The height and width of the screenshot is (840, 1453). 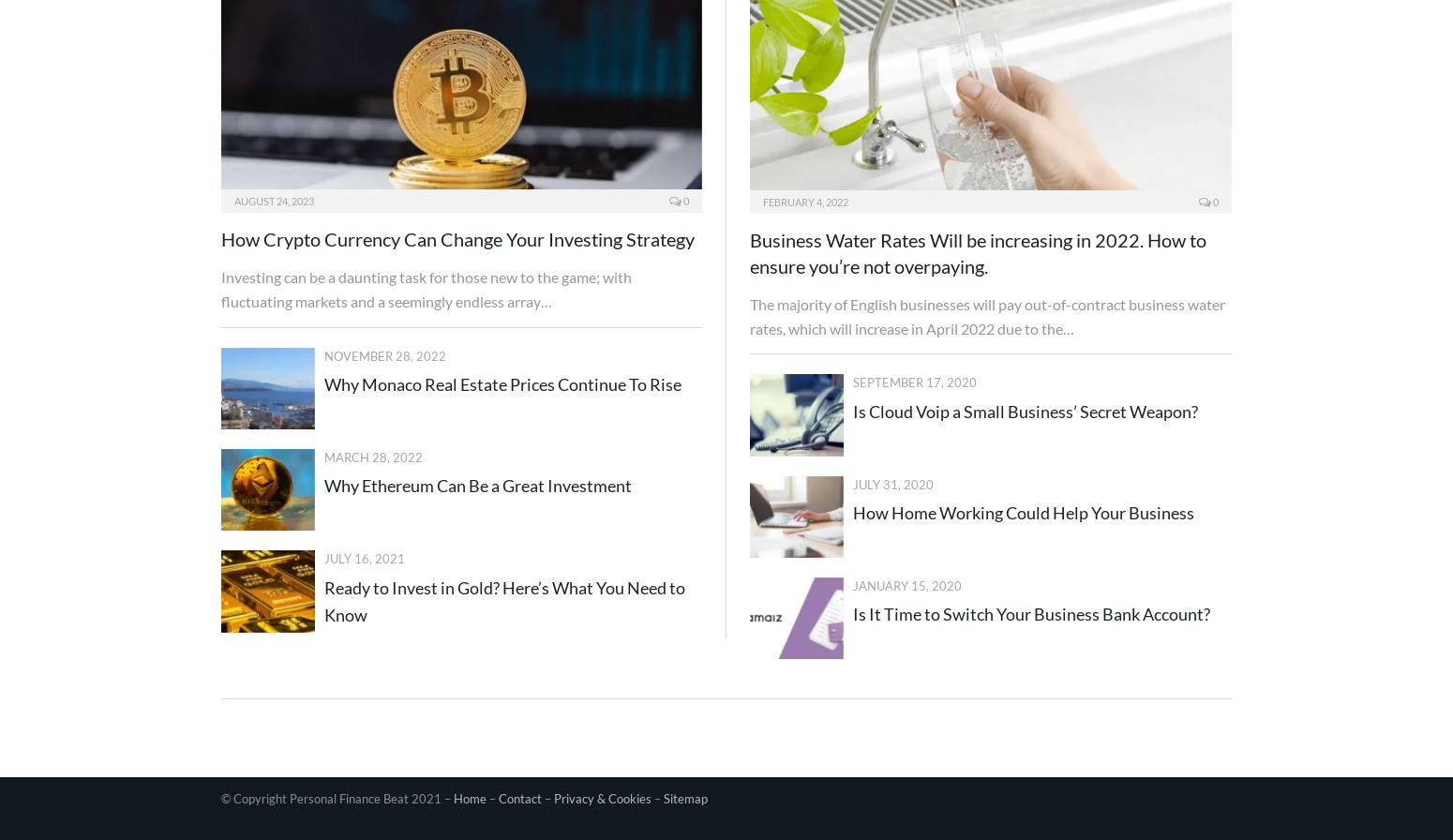 What do you see at coordinates (457, 239) in the screenshot?
I see `'How Crypto Currency Can Change Your Investing Strategy'` at bounding box center [457, 239].